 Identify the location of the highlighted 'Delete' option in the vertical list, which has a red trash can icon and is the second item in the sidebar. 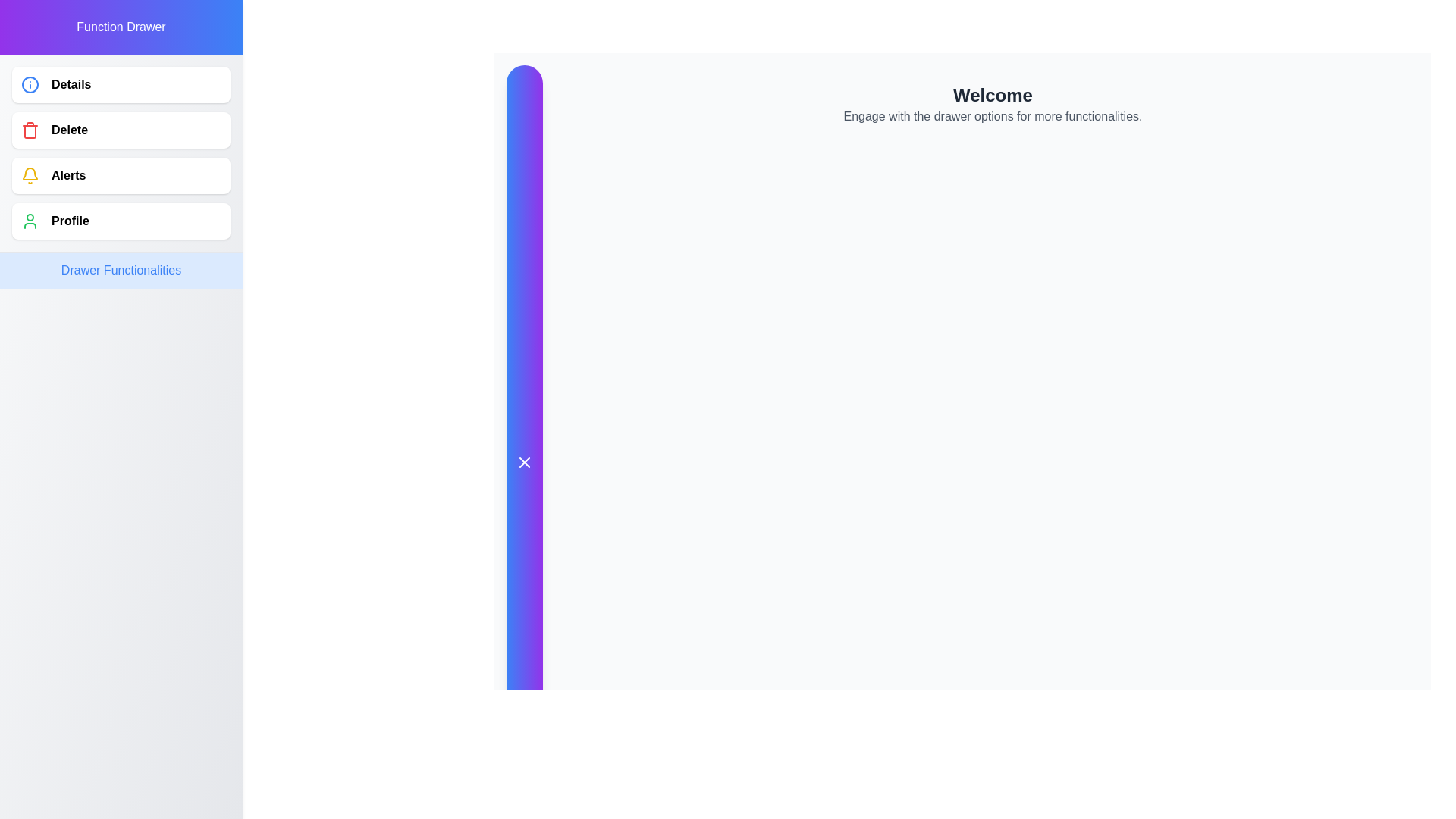
(120, 152).